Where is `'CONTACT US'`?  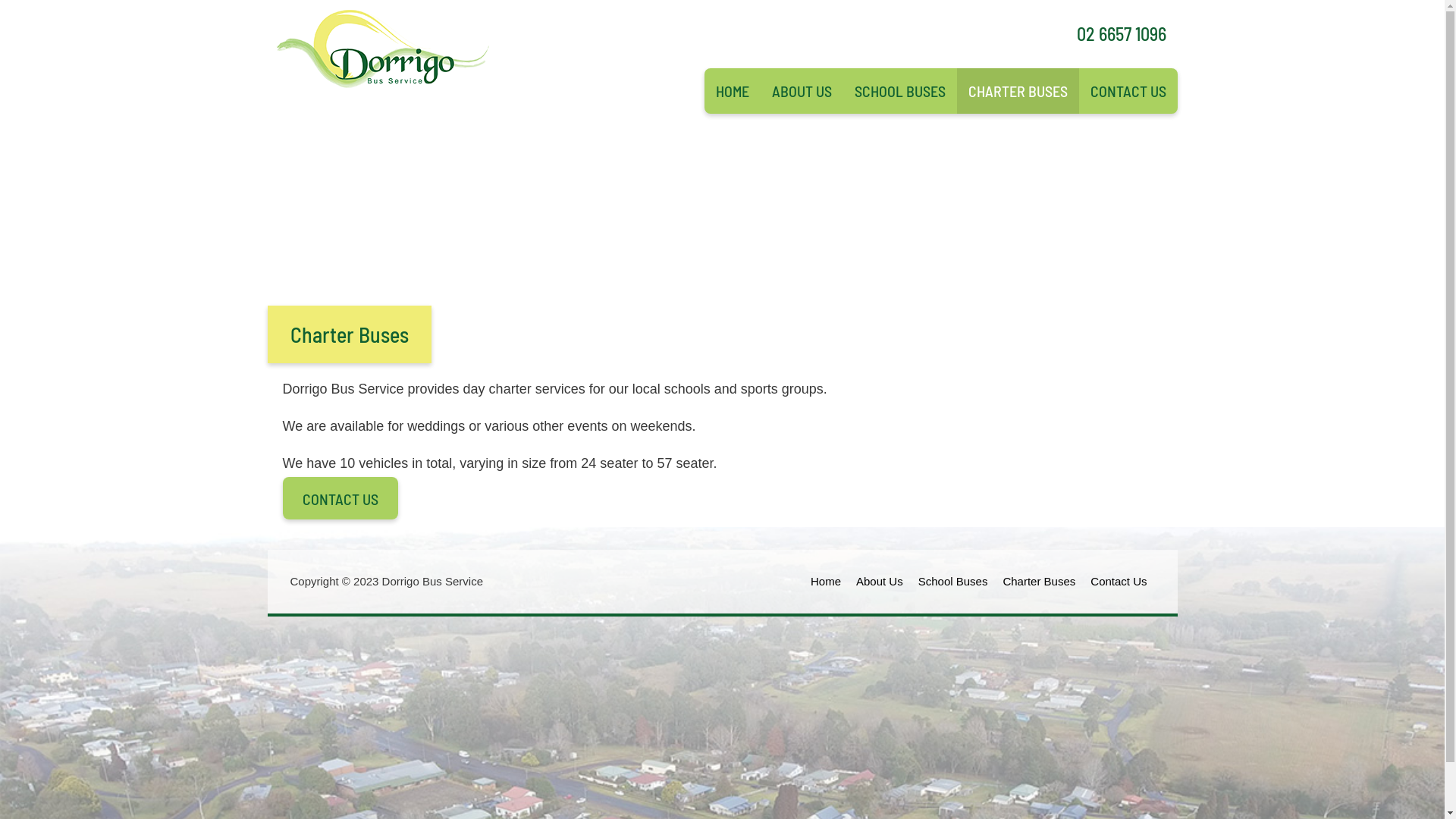
'CONTACT US' is located at coordinates (339, 498).